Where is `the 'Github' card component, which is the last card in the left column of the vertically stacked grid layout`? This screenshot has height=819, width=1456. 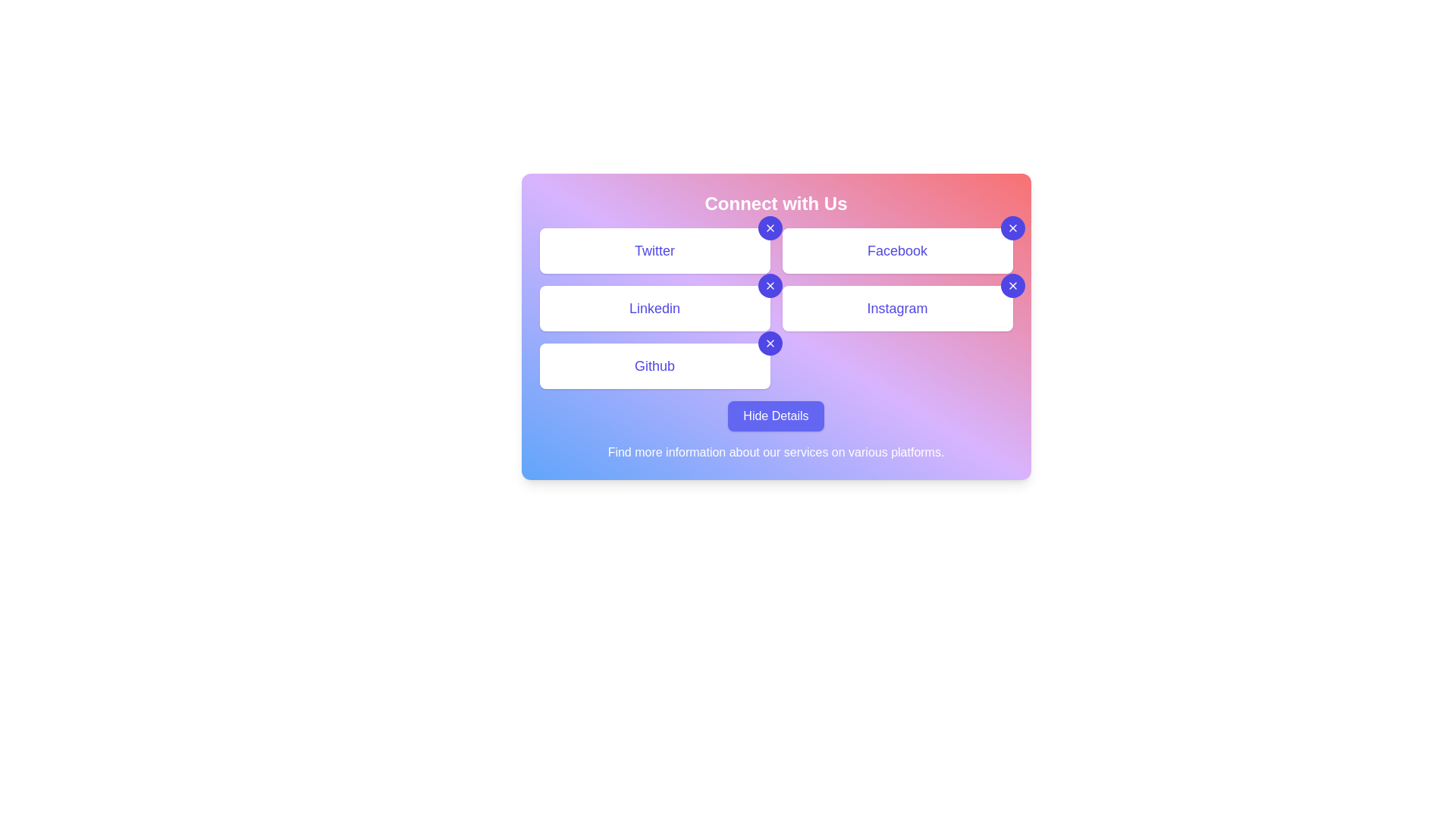 the 'Github' card component, which is the last card in the left column of the vertically stacked grid layout is located at coordinates (654, 366).